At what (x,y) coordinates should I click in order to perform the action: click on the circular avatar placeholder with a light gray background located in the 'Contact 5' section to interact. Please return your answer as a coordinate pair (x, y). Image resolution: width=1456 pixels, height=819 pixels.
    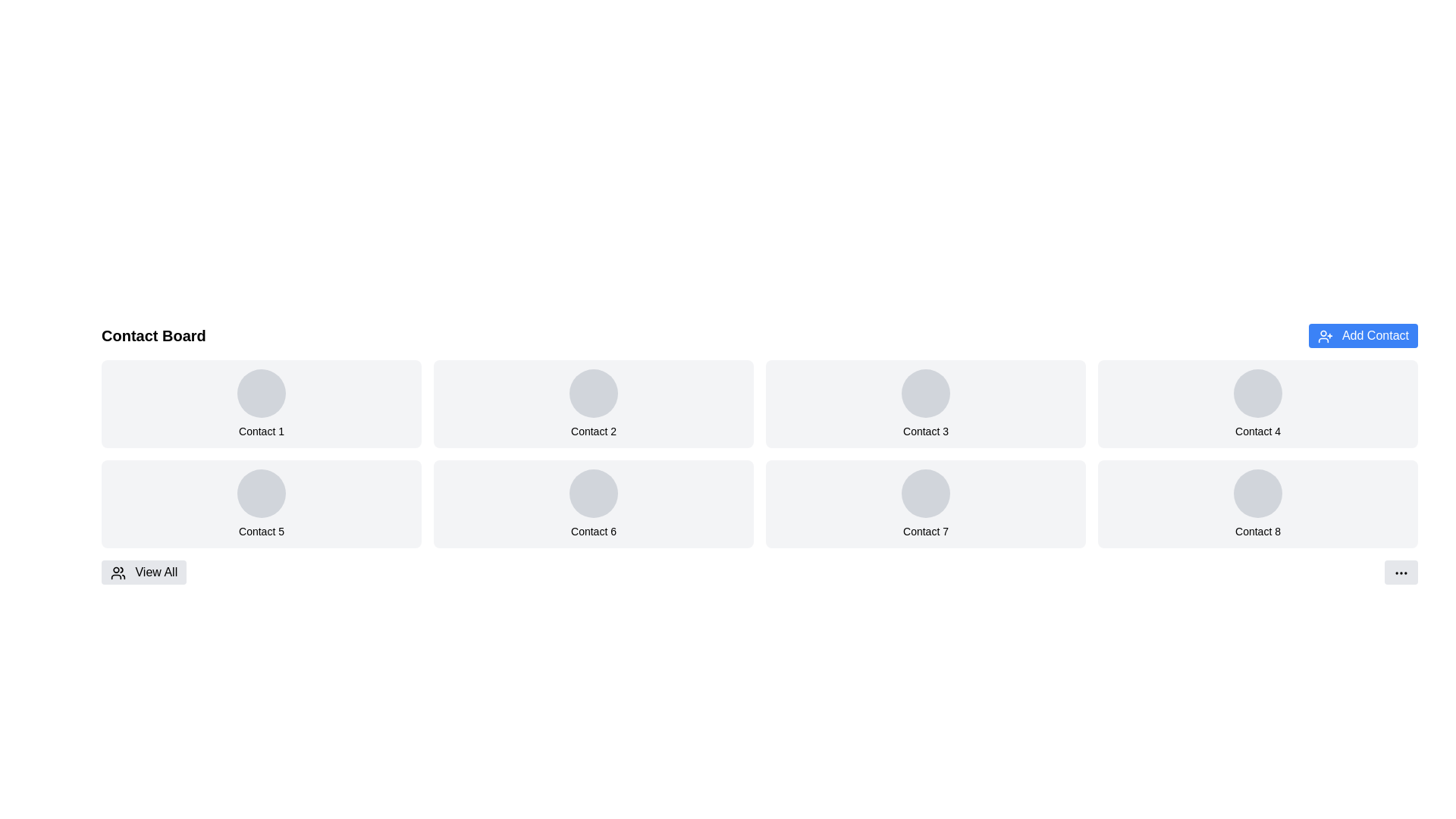
    Looking at the image, I should click on (262, 494).